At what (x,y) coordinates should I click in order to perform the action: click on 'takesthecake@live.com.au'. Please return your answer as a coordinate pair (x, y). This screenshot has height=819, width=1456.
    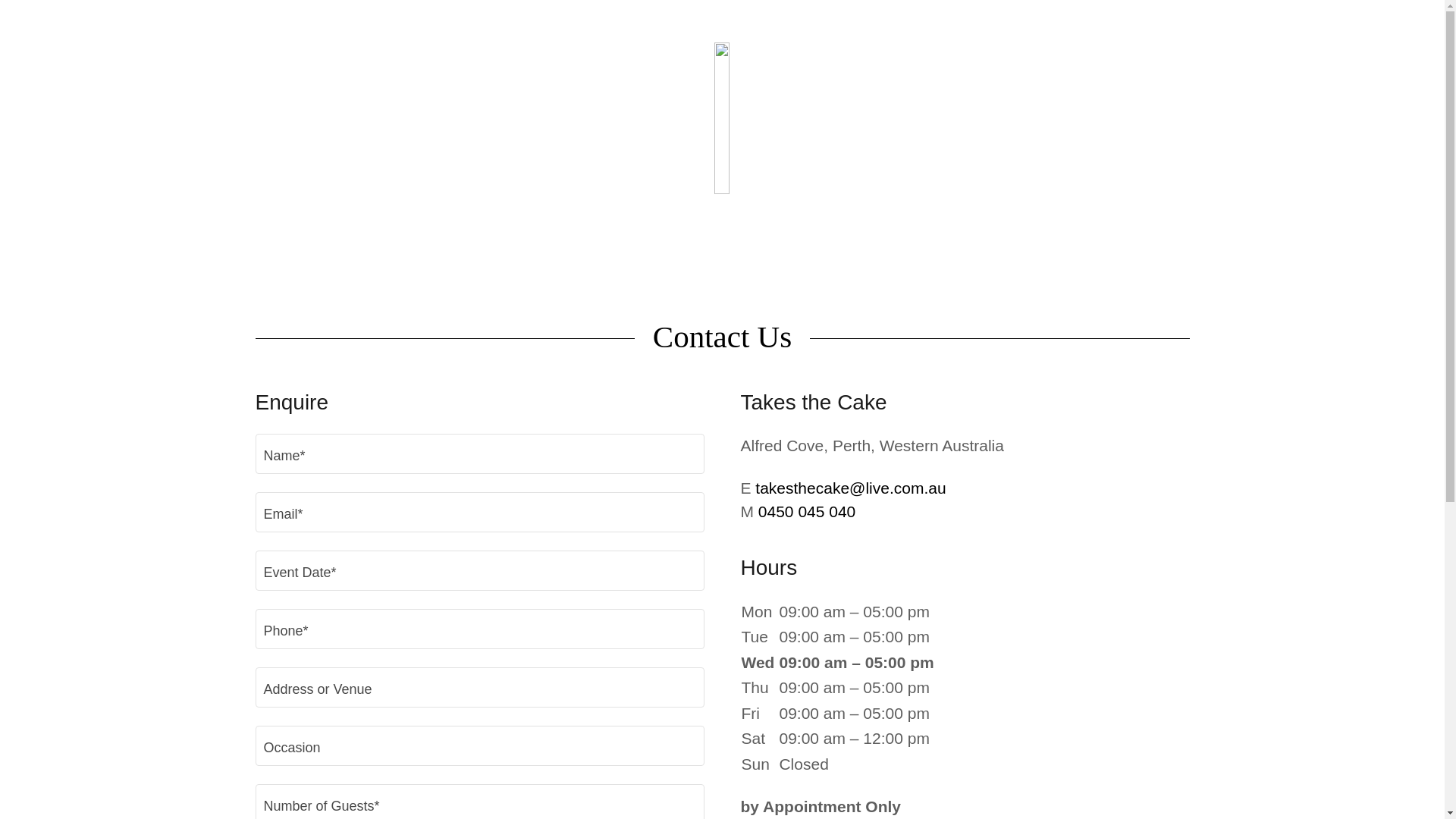
    Looking at the image, I should click on (850, 488).